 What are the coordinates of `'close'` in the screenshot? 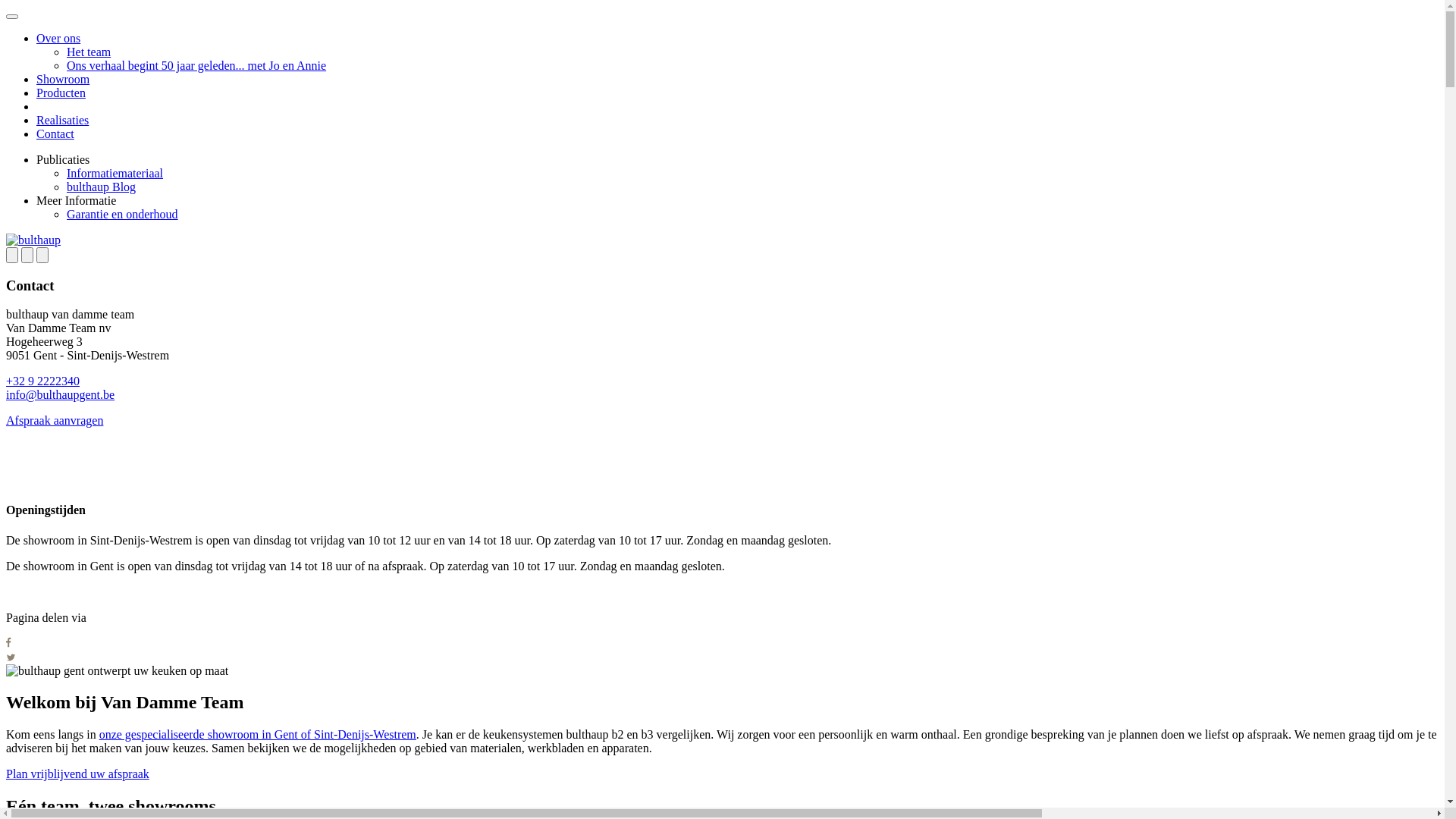 It's located at (36, 254).